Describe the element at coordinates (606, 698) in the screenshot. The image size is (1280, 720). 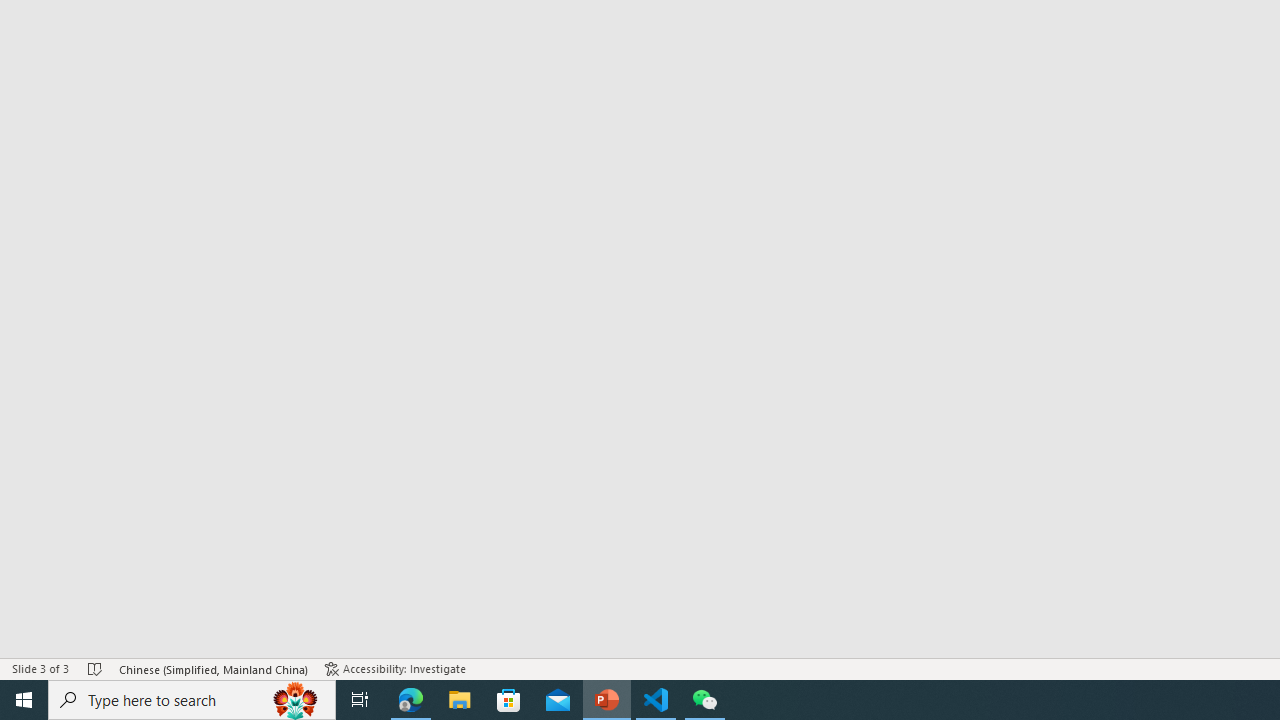
I see `'PowerPoint - 1 running window'` at that location.